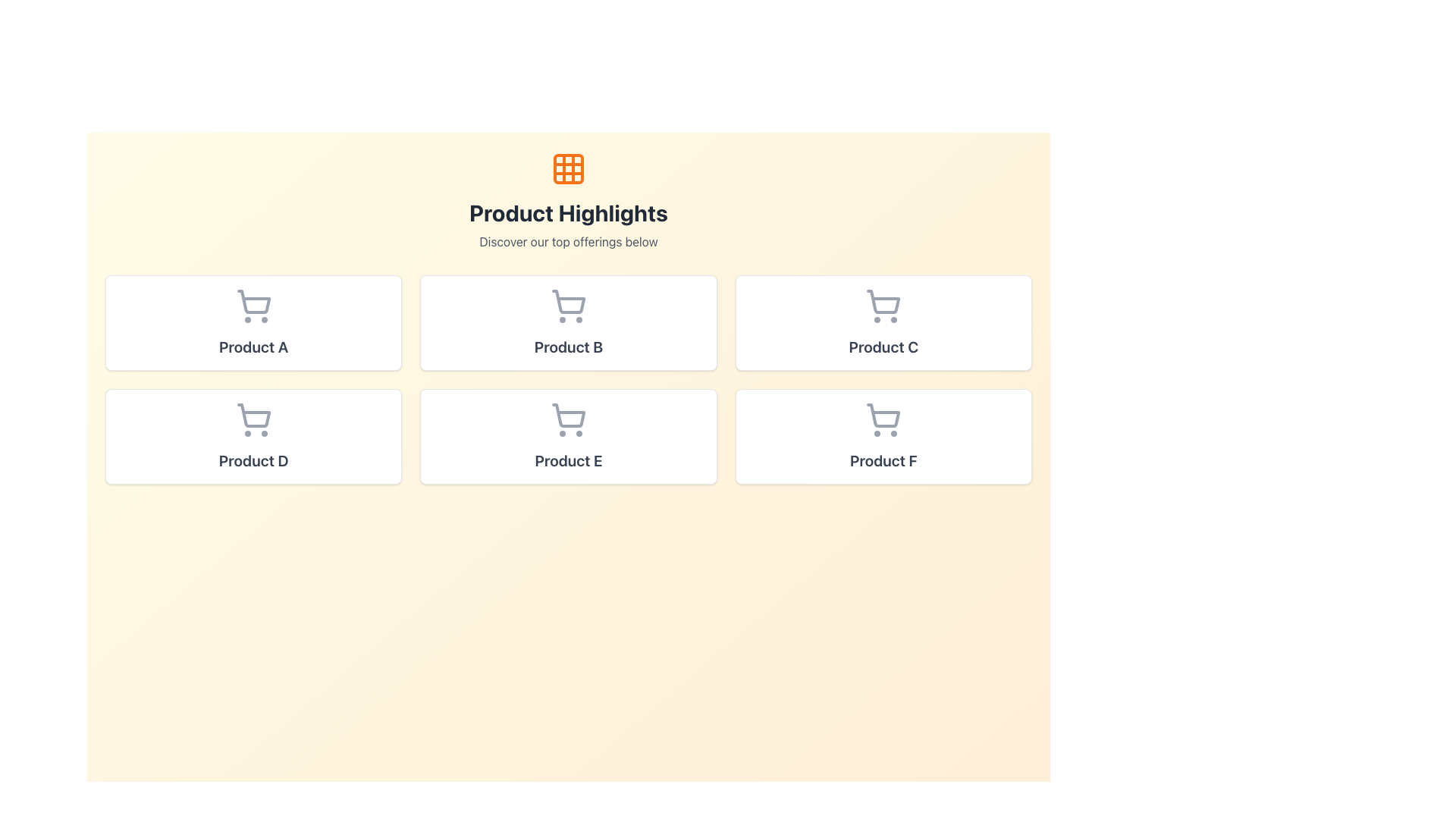 Image resolution: width=1456 pixels, height=819 pixels. I want to click on the visual appearance of the add to cart icon located within the 'Product E' card, which is the third card from the left in the second row, so click(568, 416).